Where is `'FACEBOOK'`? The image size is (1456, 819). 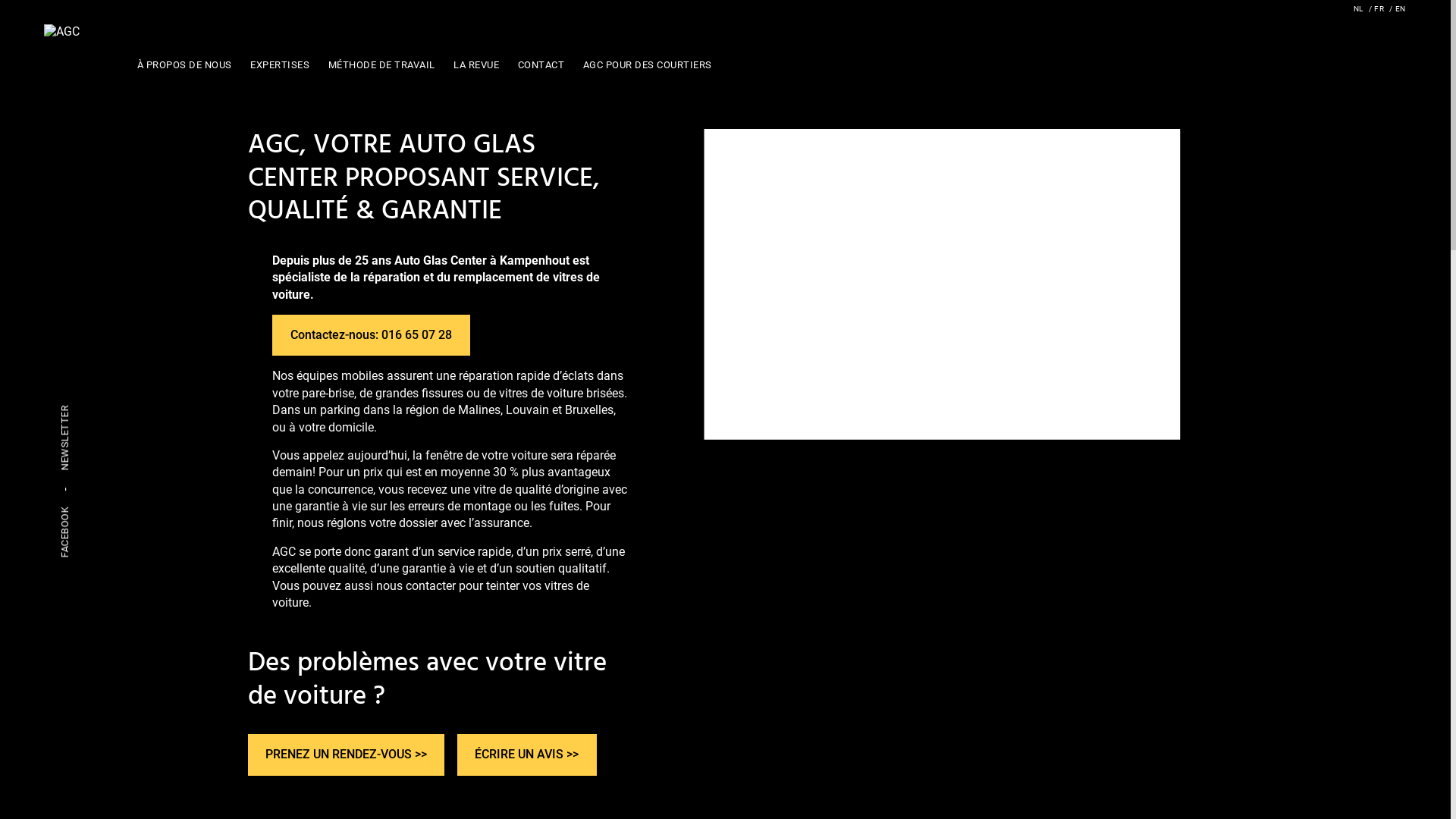
'FACEBOOK' is located at coordinates (64, 532).